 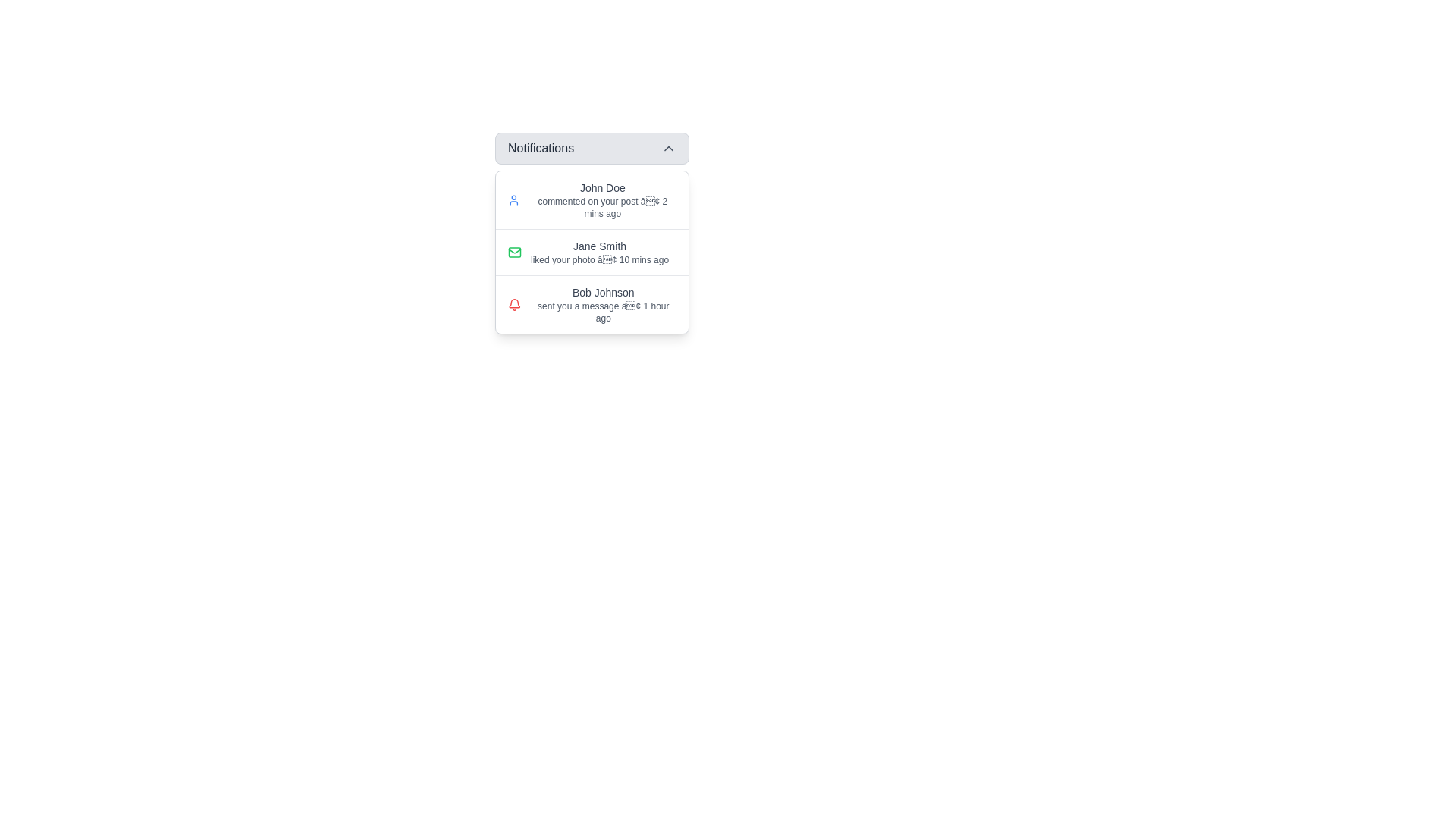 What do you see at coordinates (513, 199) in the screenshot?
I see `the icon representing user 'John Doe' in the first notification entry under the 'Notifications' heading` at bounding box center [513, 199].